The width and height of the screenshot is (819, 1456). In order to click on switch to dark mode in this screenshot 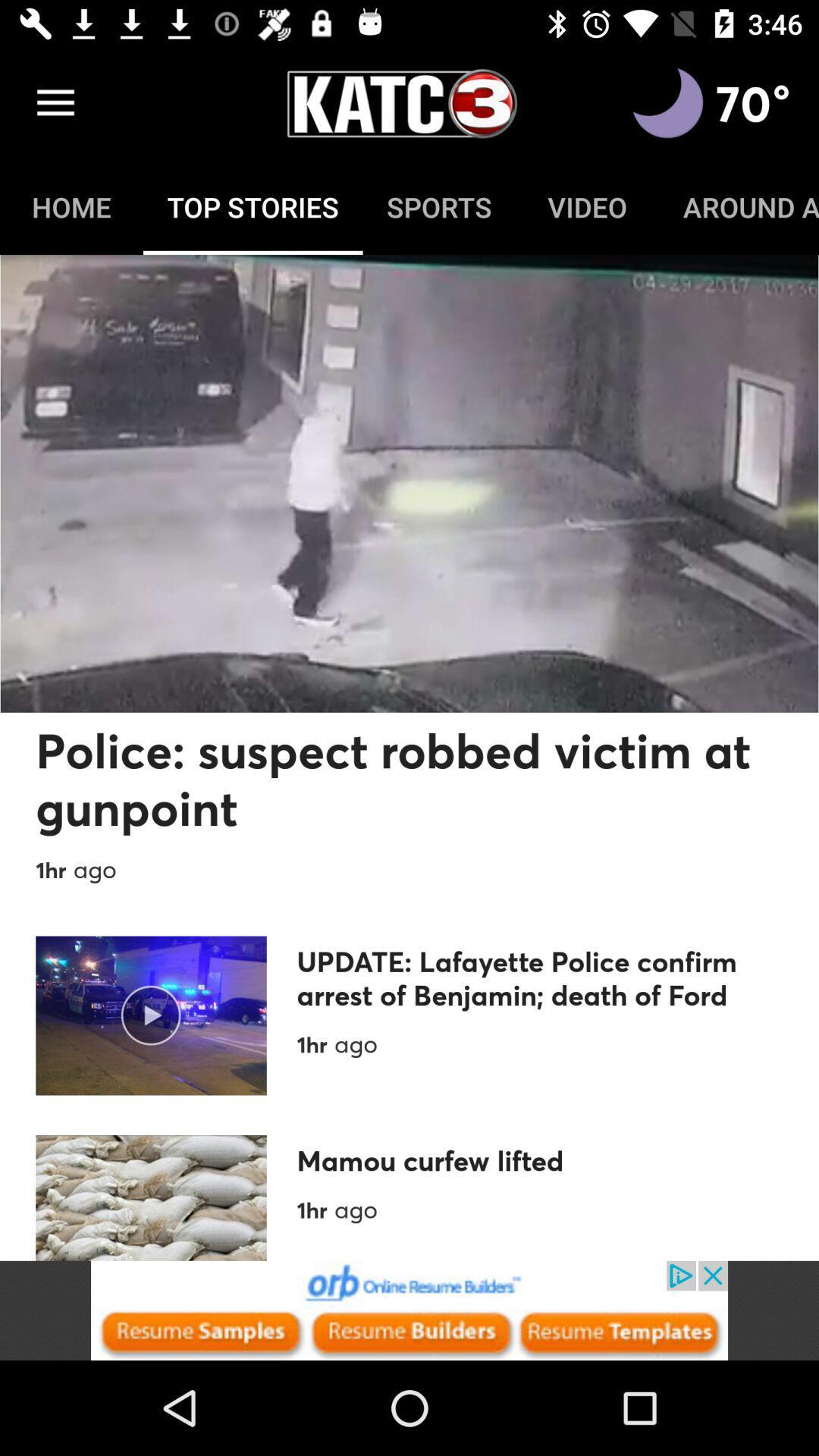, I will do `click(667, 102)`.